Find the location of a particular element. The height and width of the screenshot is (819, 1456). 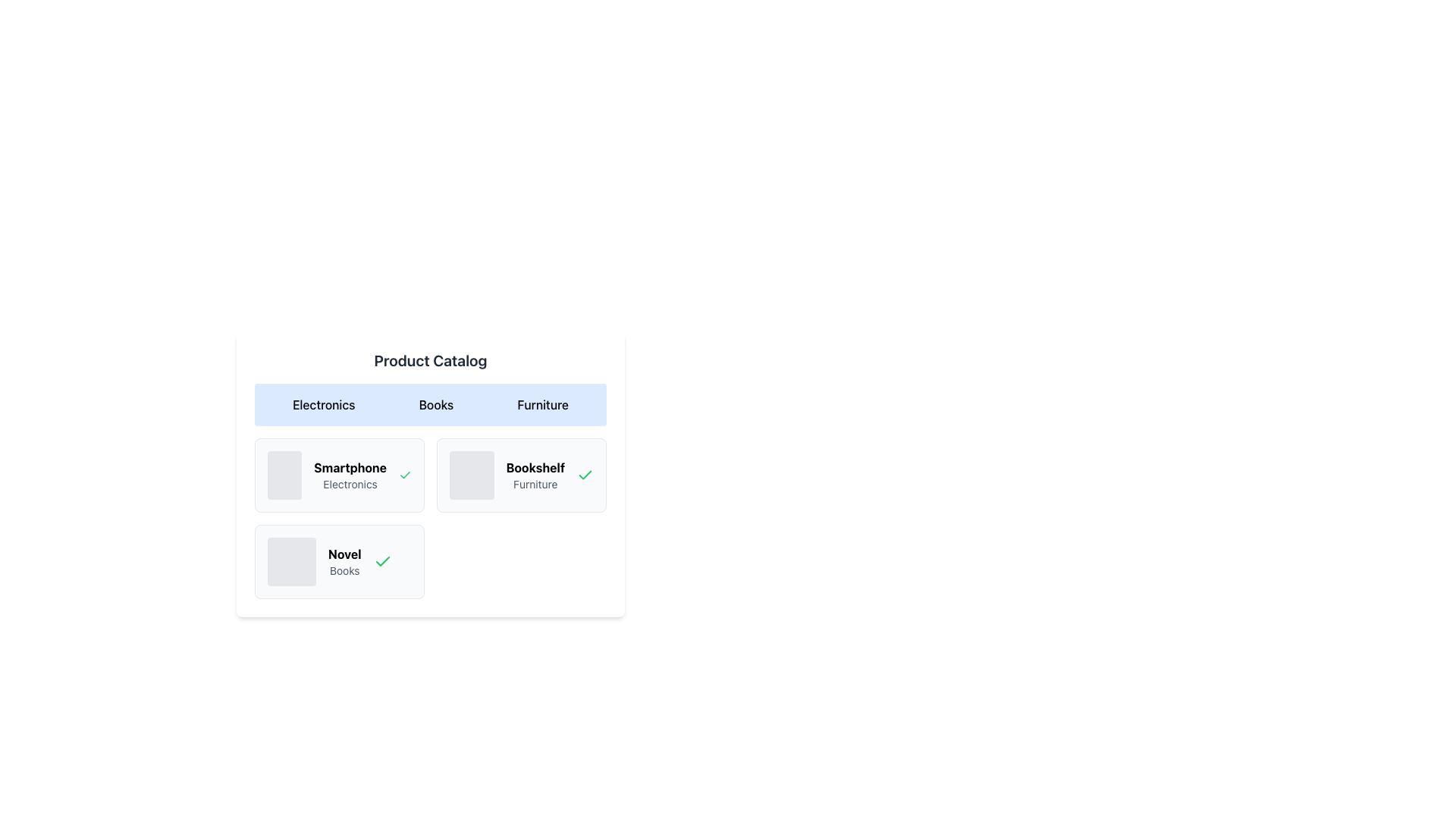

the checkmark icon that indicates selection or confirmation for the 'Smartphone' item, located at the far-right edge of the 'Smartphone' card in the 'Electronics' category is located at coordinates (405, 475).